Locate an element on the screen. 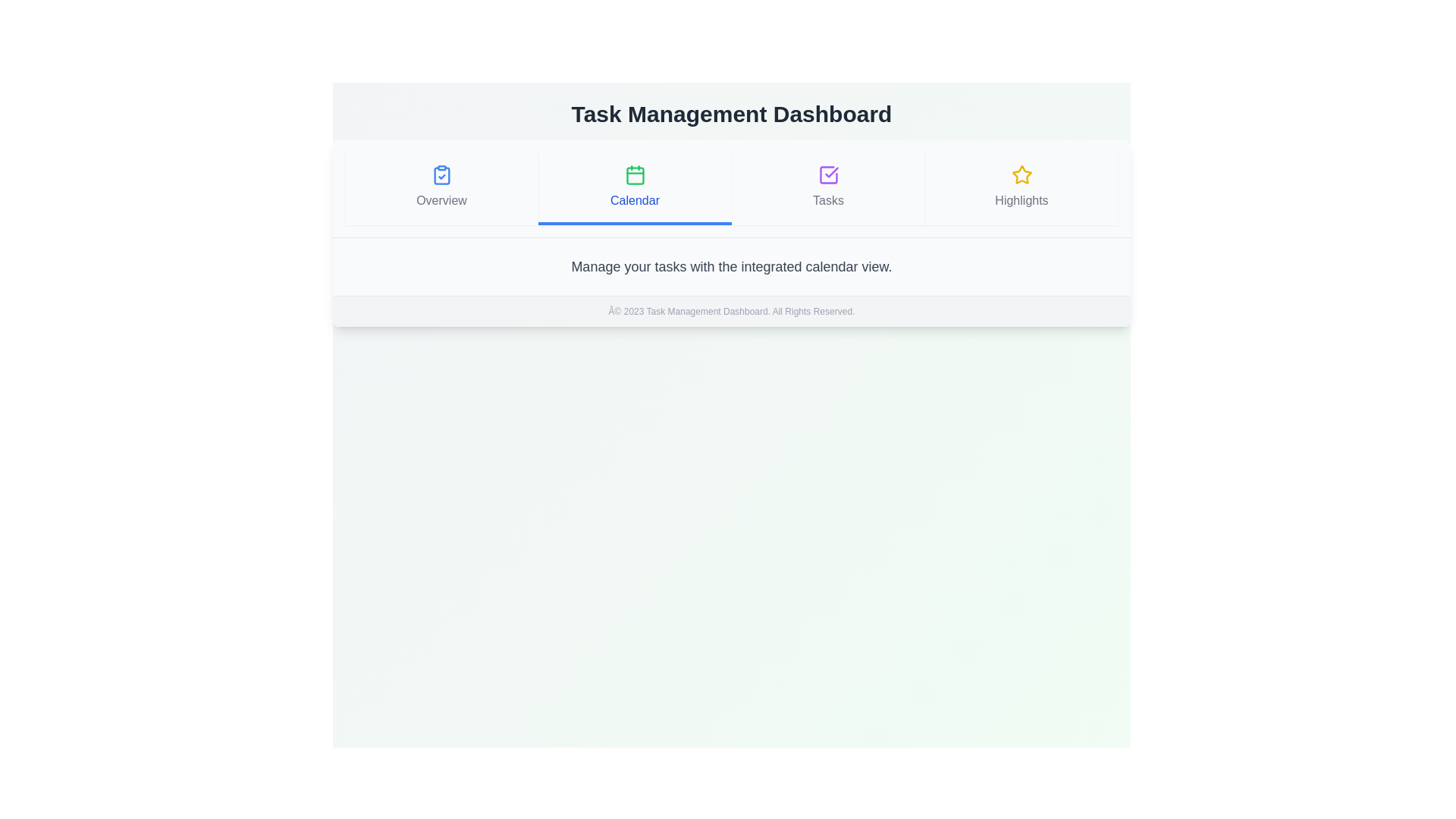 The image size is (1456, 819). the descriptive text label located directly beneath the navigation bar, which explains the functionality of the integrated calendar view is located at coordinates (731, 265).